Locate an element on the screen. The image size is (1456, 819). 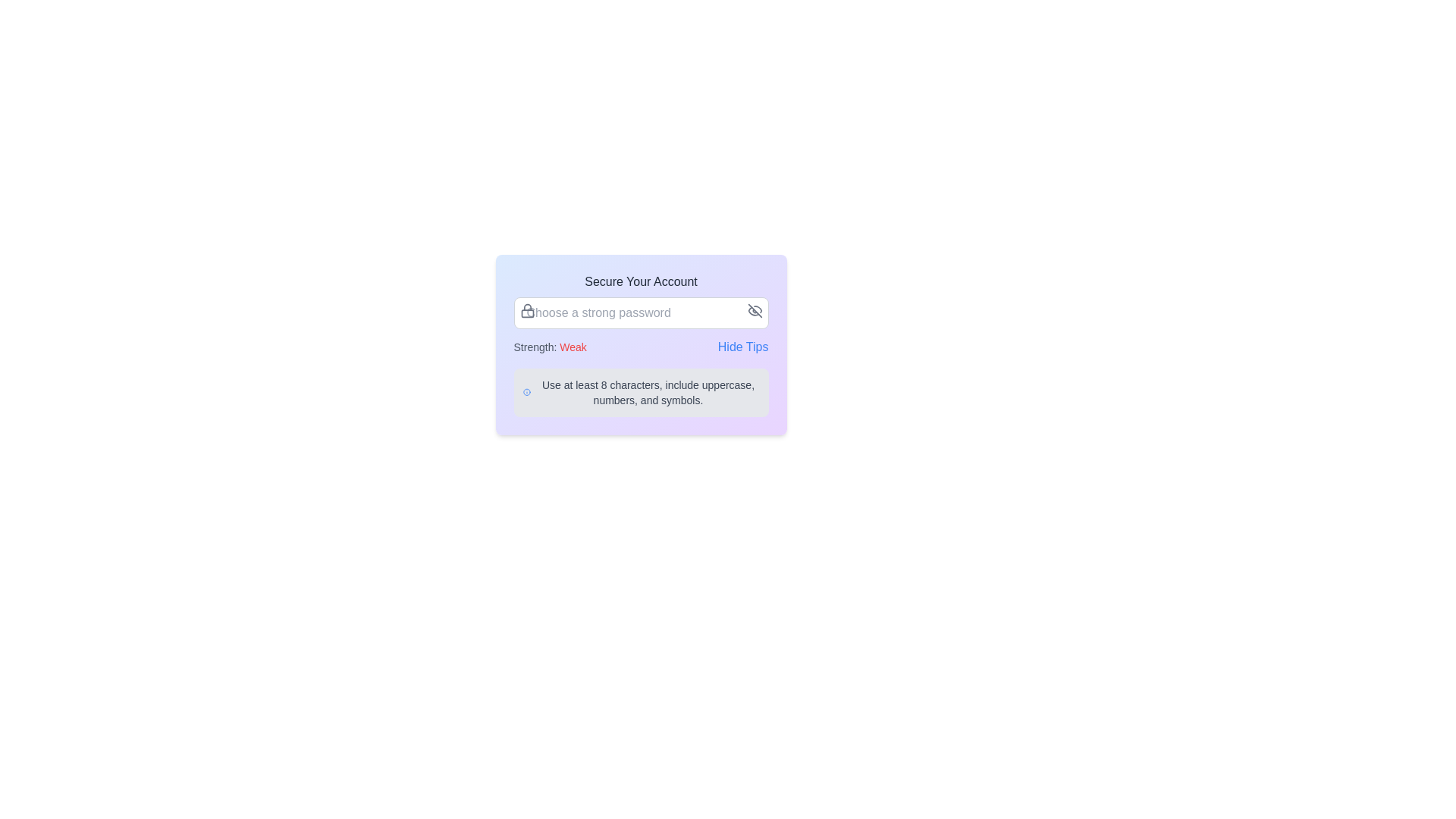
the text label displaying 'Weak' in red color, which indicates a weak status, positioned within the 'Strength: Weak' label is located at coordinates (570, 347).